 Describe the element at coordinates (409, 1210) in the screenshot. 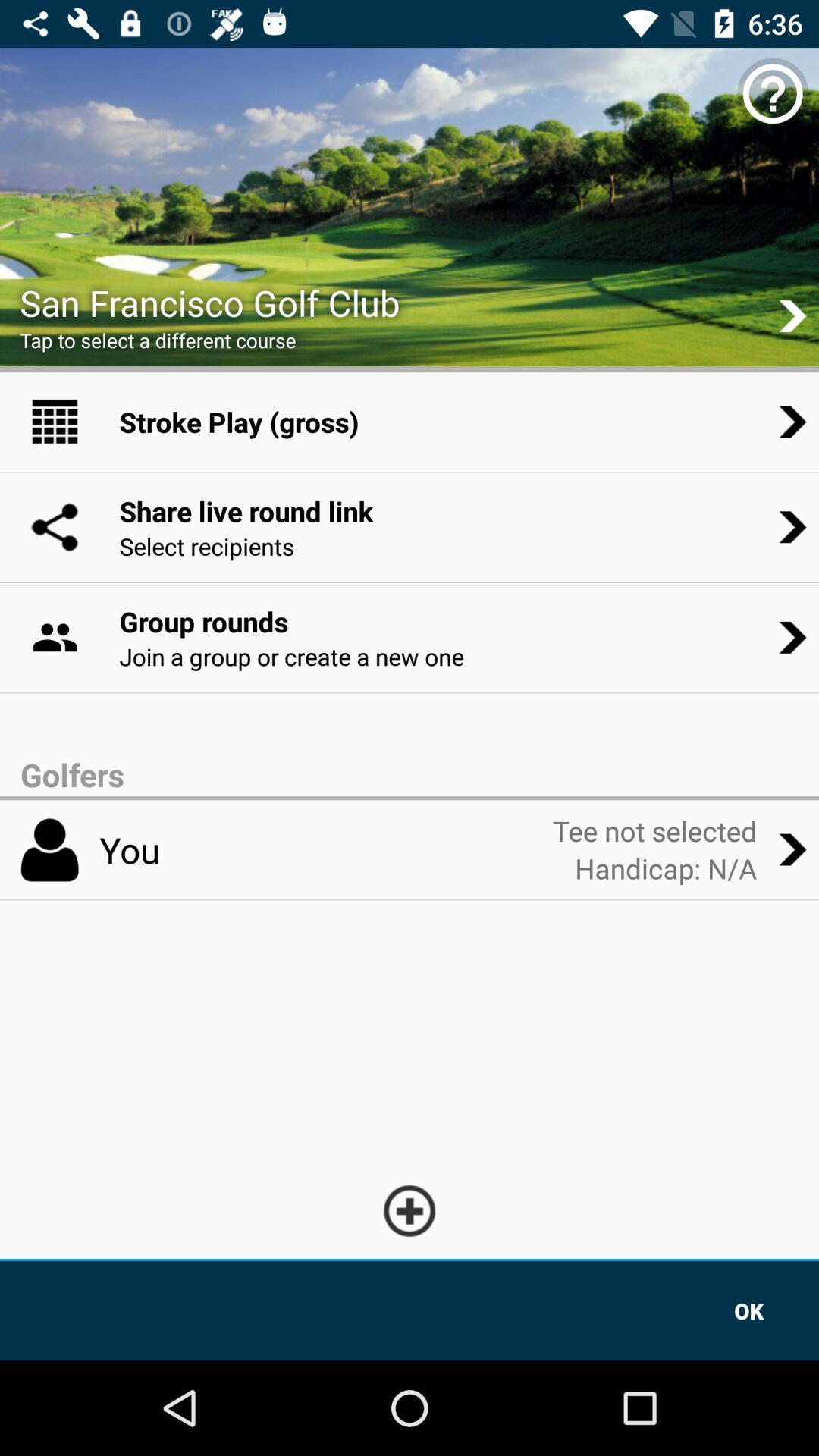

I see `your quary` at that location.